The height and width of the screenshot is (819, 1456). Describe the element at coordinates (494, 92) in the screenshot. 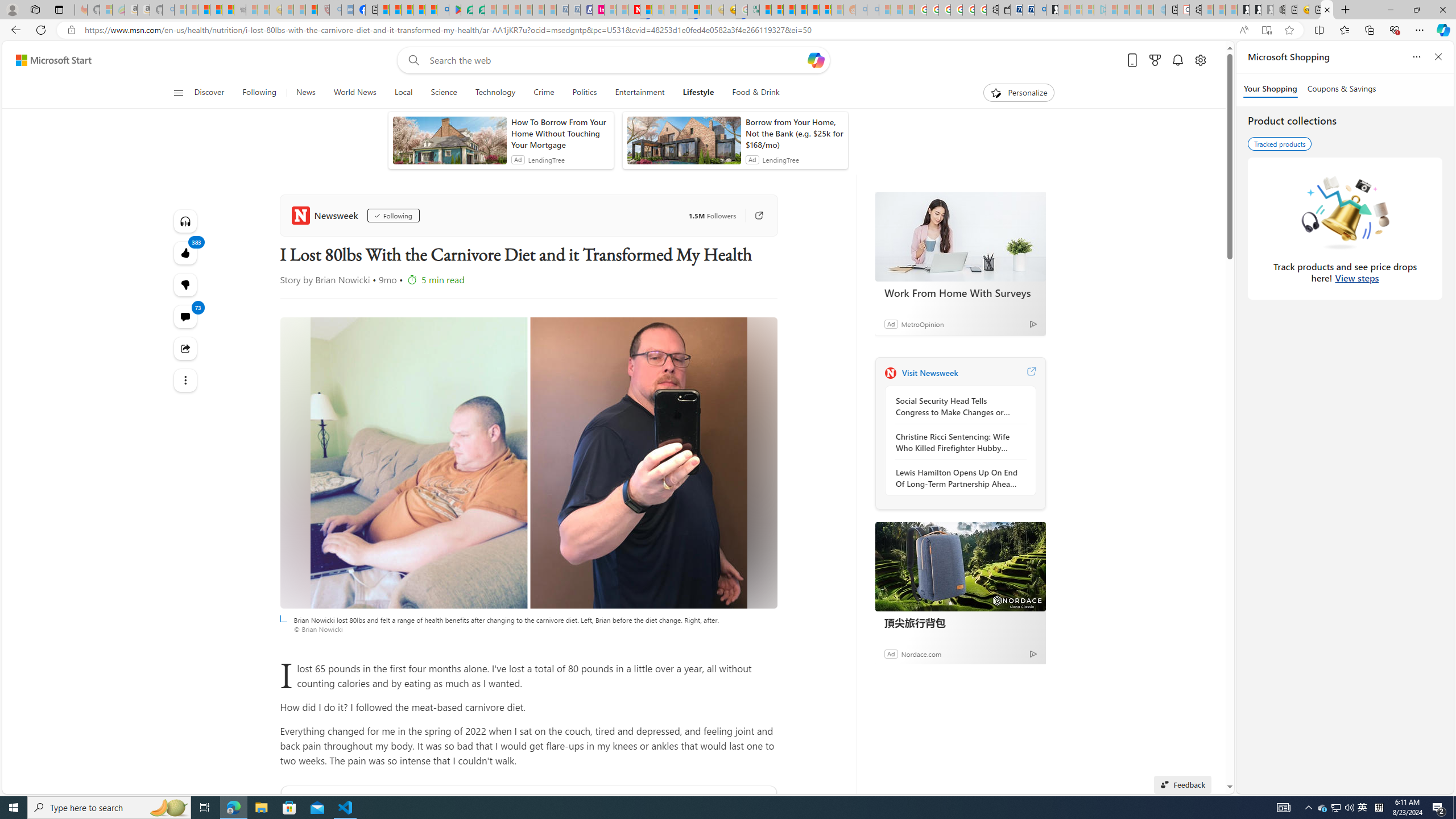

I see `'Technology'` at that location.